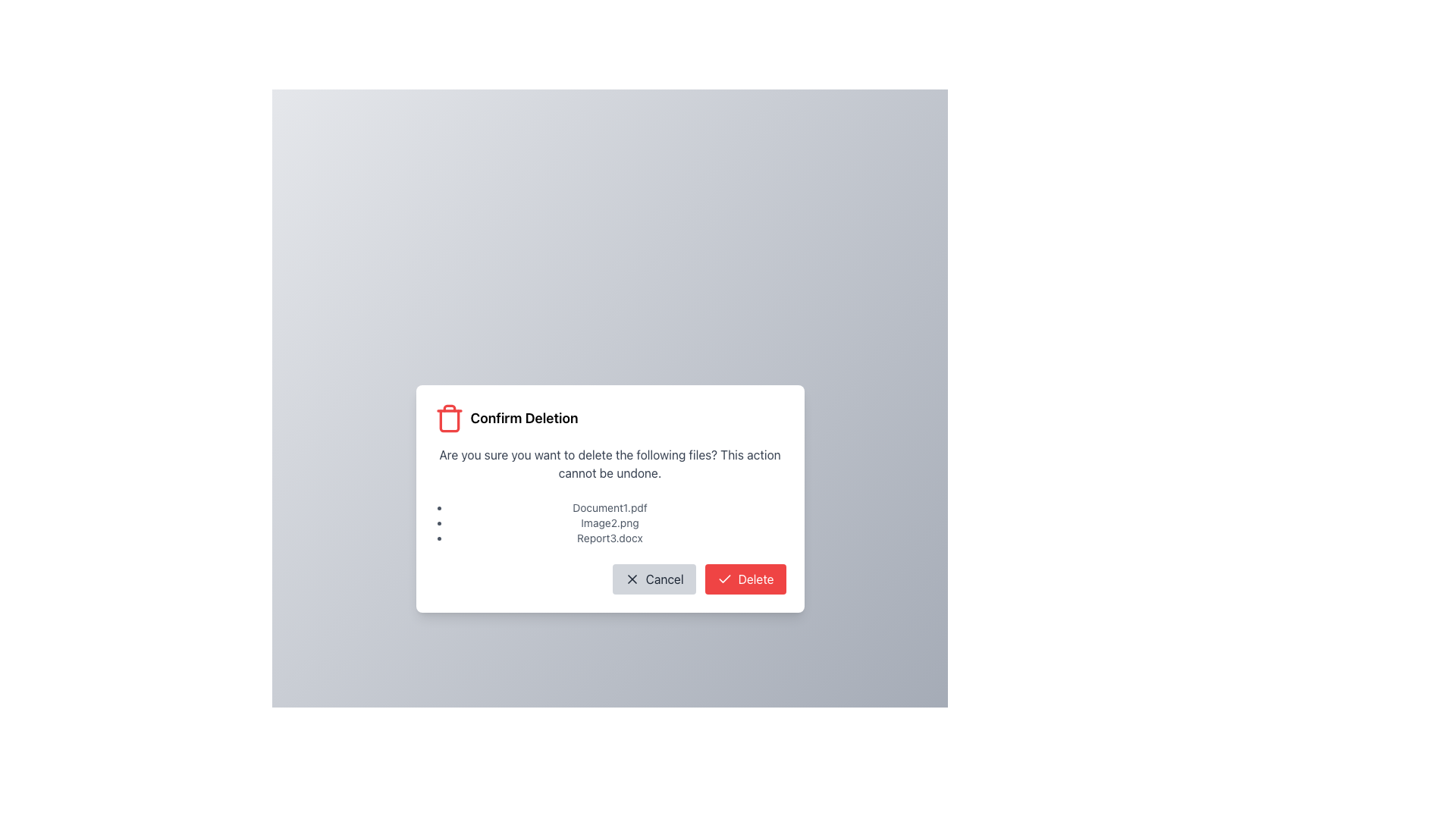 The image size is (1456, 819). What do you see at coordinates (610, 537) in the screenshot?
I see `the static text label 'Report3.docx' in the confirmation dialog titled 'Confirm Deletion'` at bounding box center [610, 537].